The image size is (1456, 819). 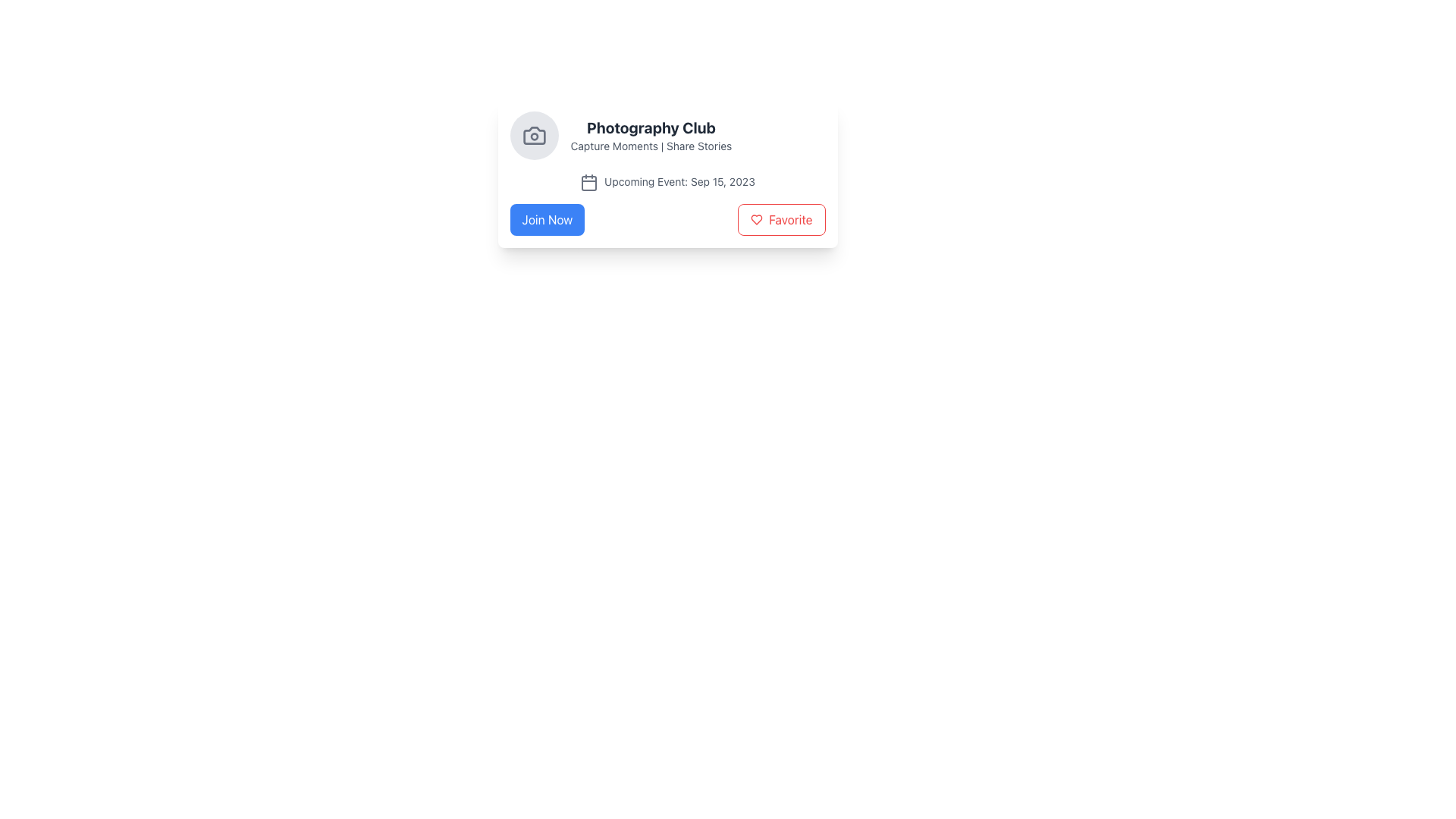 I want to click on the blue rectangular button with rounded corners labeled 'Join Now' to observe its hover effect changing to a darker blue shade, so click(x=546, y=219).